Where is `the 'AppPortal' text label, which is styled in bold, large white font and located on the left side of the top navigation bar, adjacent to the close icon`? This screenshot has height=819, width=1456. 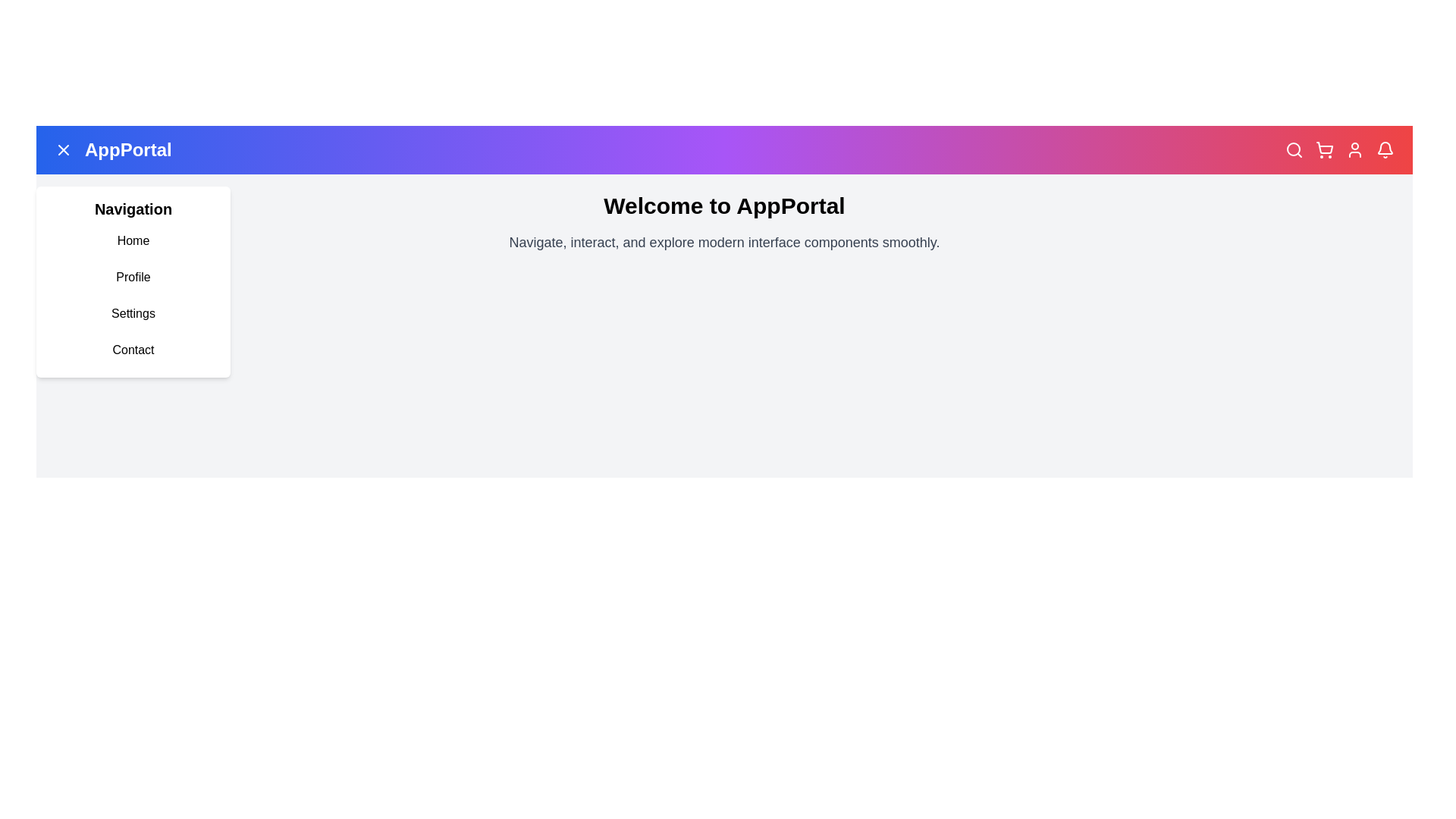
the 'AppPortal' text label, which is styled in bold, large white font and located on the left side of the top navigation bar, adjacent to the close icon is located at coordinates (128, 149).